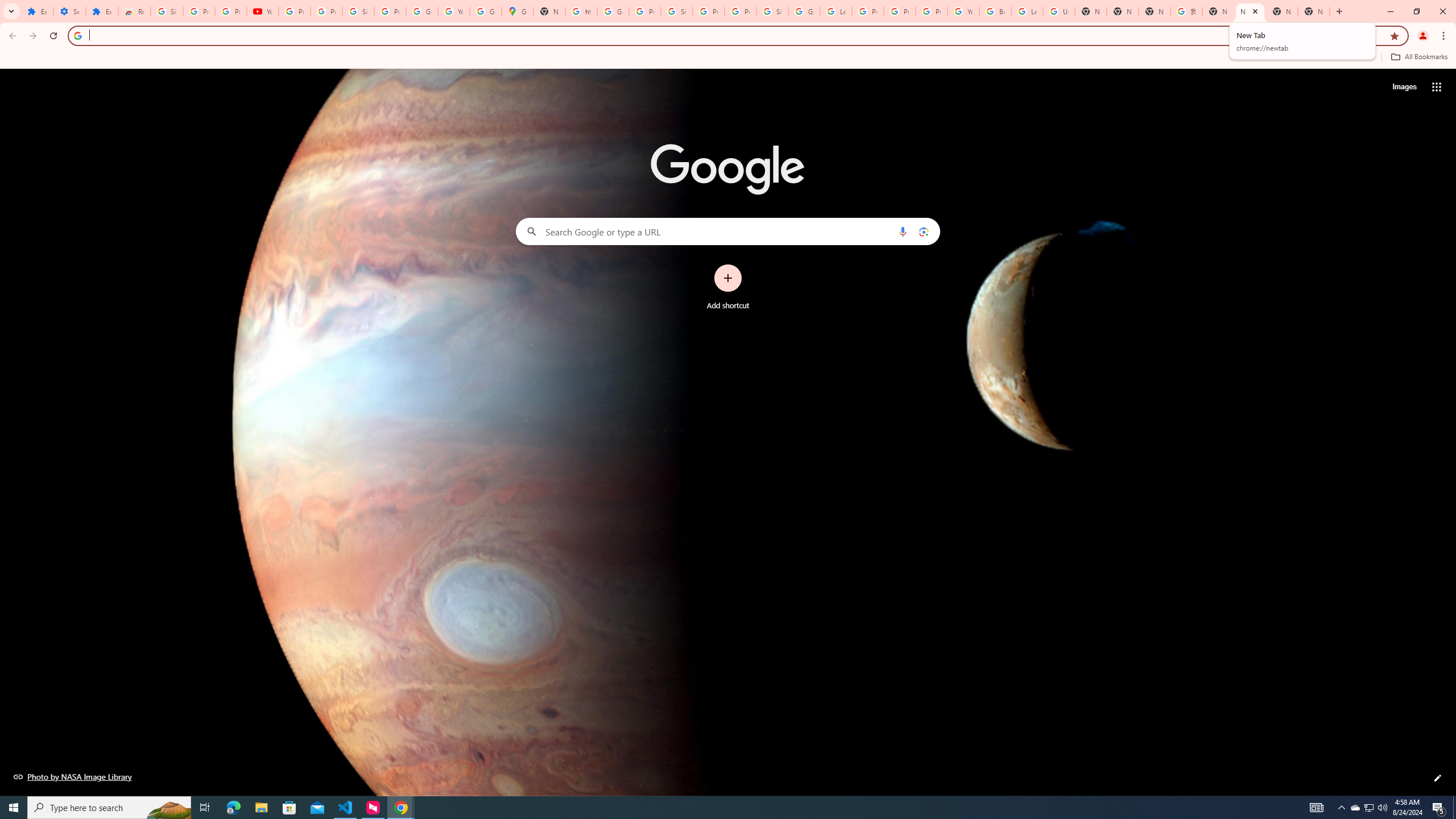 This screenshot has height=819, width=1456. Describe the element at coordinates (102, 11) in the screenshot. I see `'Extensions'` at that location.